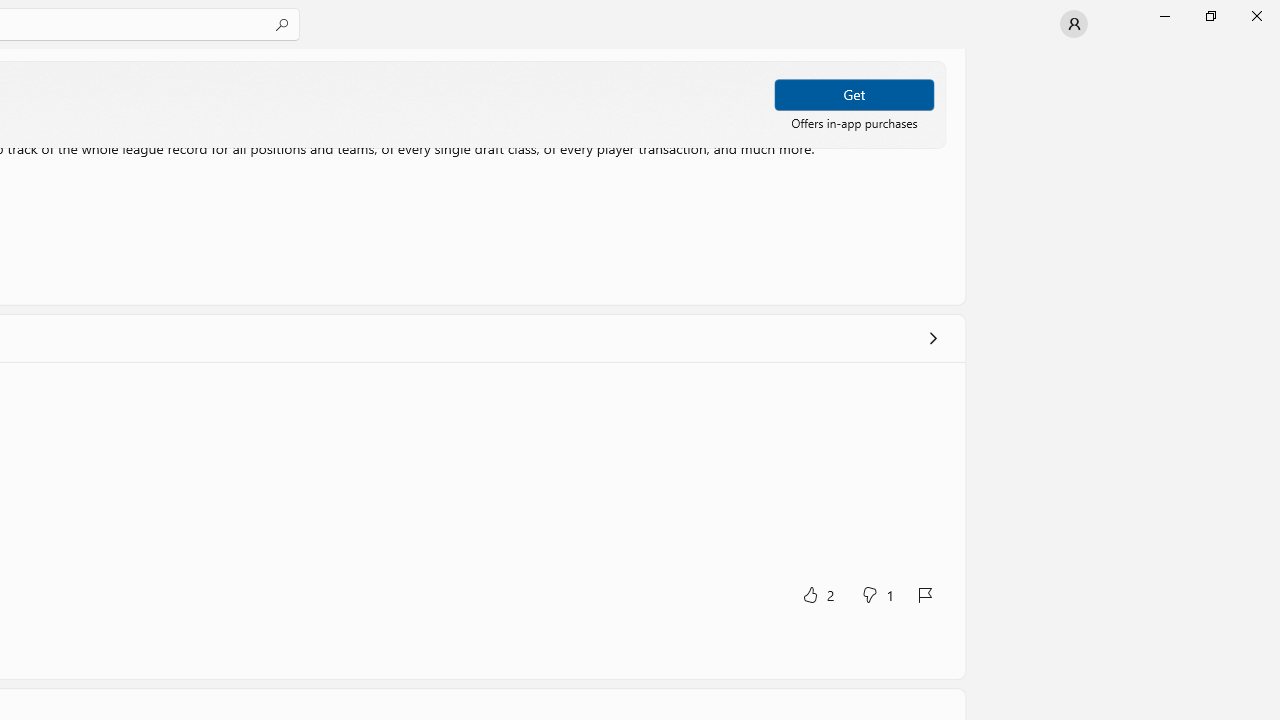  What do you see at coordinates (1255, 15) in the screenshot?
I see `'Close Microsoft Store'` at bounding box center [1255, 15].